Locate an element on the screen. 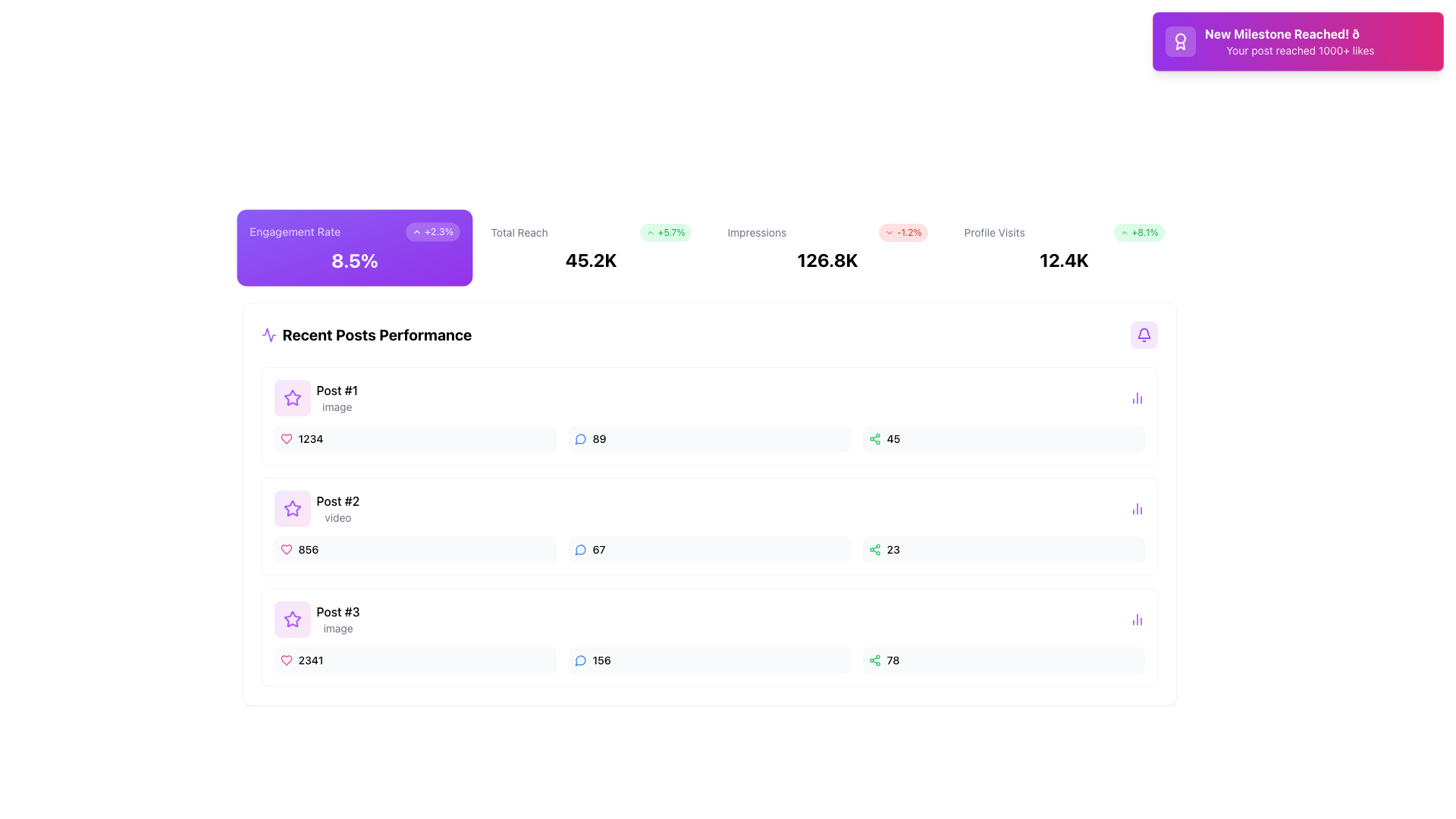 The height and width of the screenshot is (819, 1456). the comment count icon that visually represents the interaction metric for the associated post in the 'Recent Posts Performance' section, located at the left end of the row is located at coordinates (579, 550).